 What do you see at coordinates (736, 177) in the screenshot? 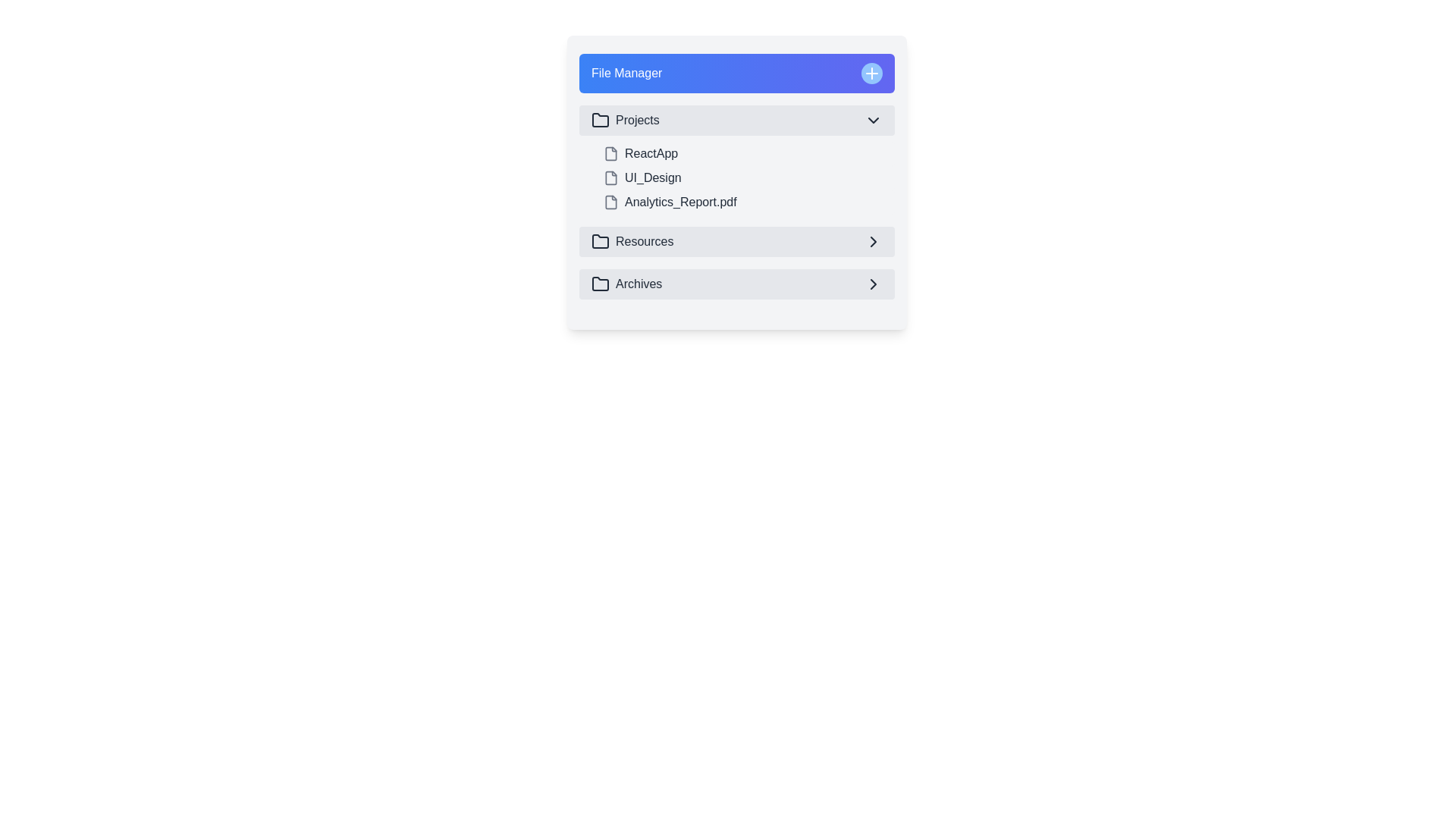
I see `on the second file or folder name in the 'Projects' folder of the 'File Manager', which is located below 'ReactApp' and above 'Analytics_Report.pdf'` at bounding box center [736, 177].